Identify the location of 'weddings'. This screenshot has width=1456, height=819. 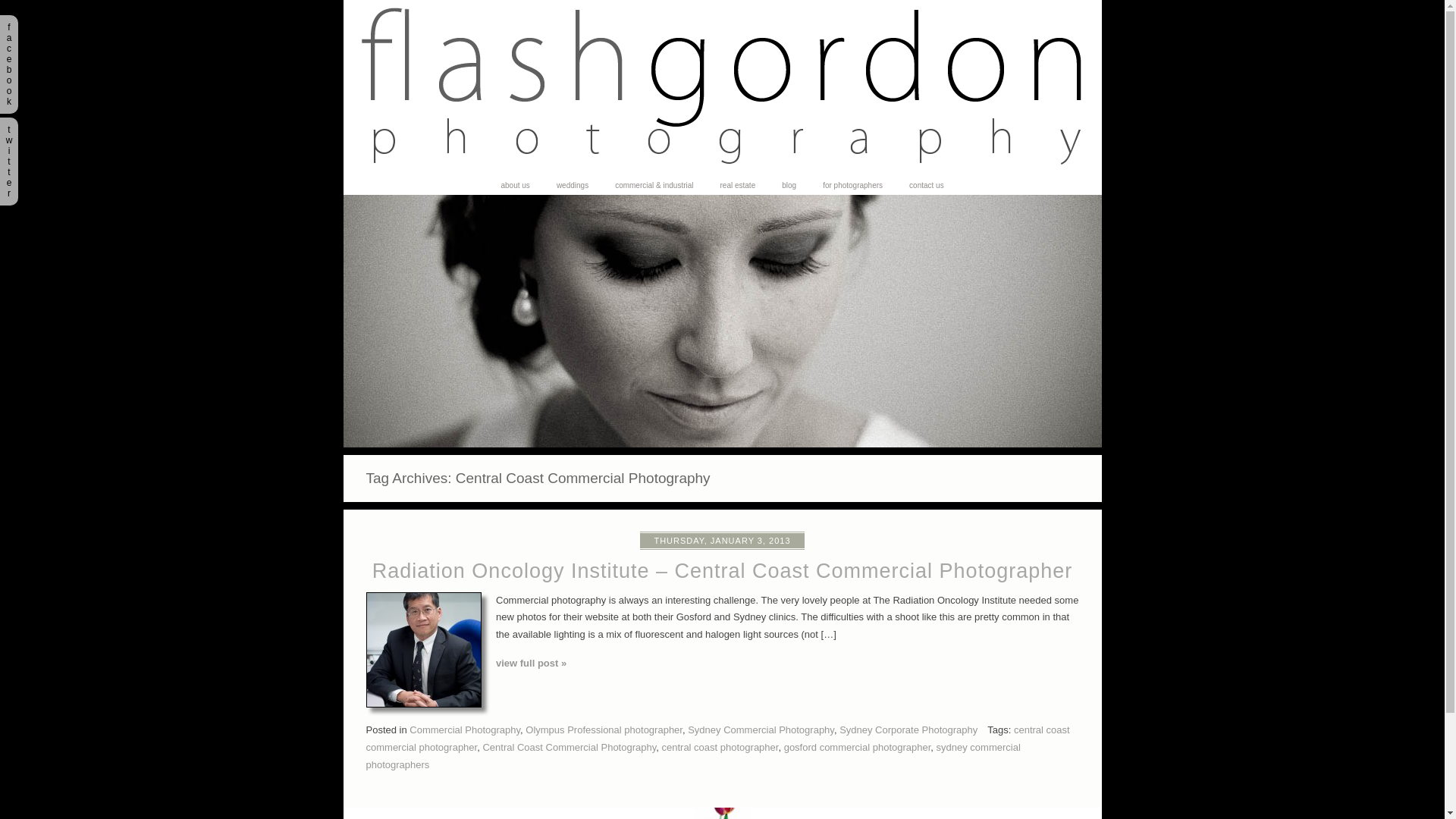
(571, 185).